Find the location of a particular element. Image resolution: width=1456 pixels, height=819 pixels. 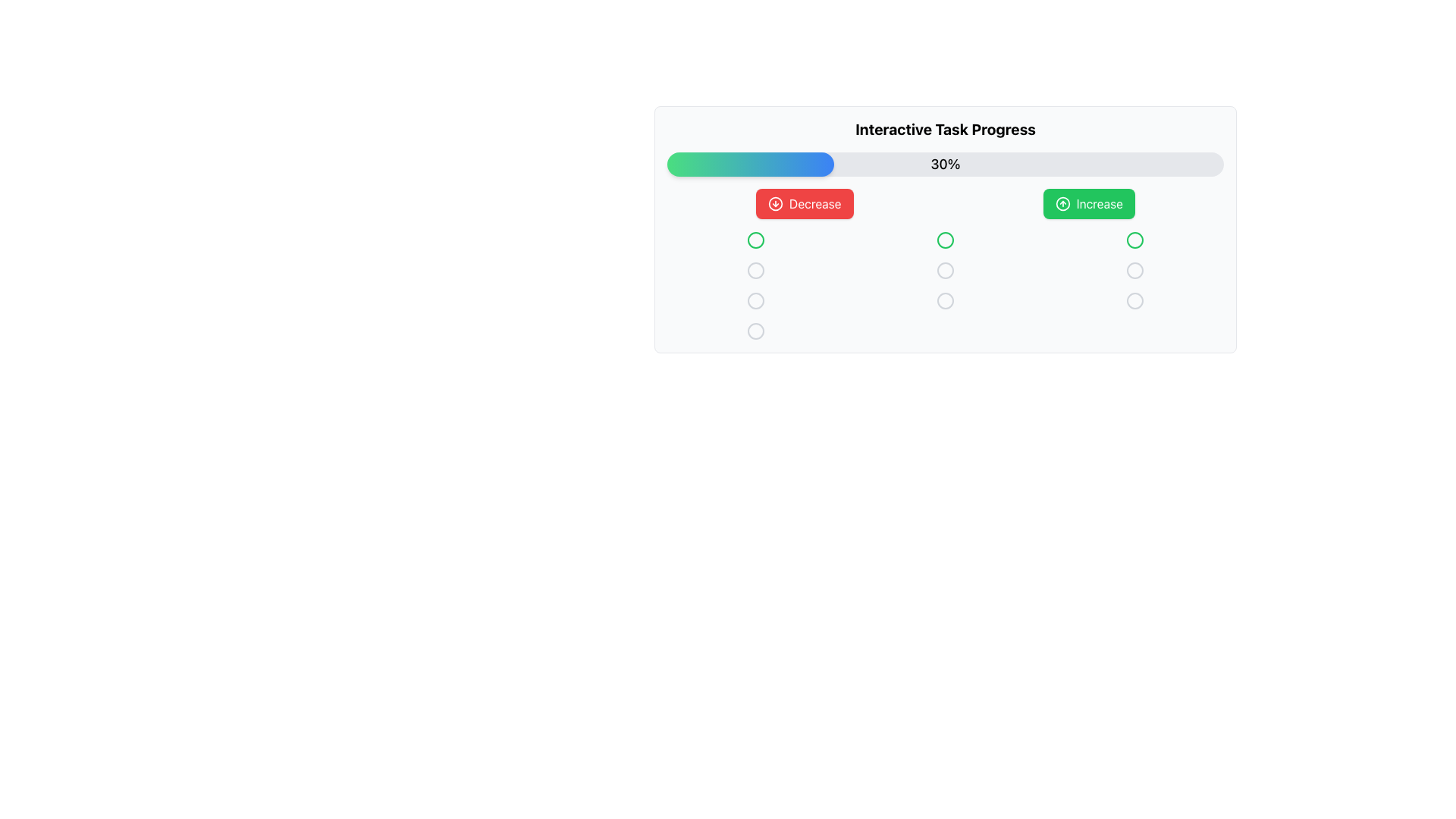

the green 'Increase' button with a white arrow icon is located at coordinates (1087, 203).